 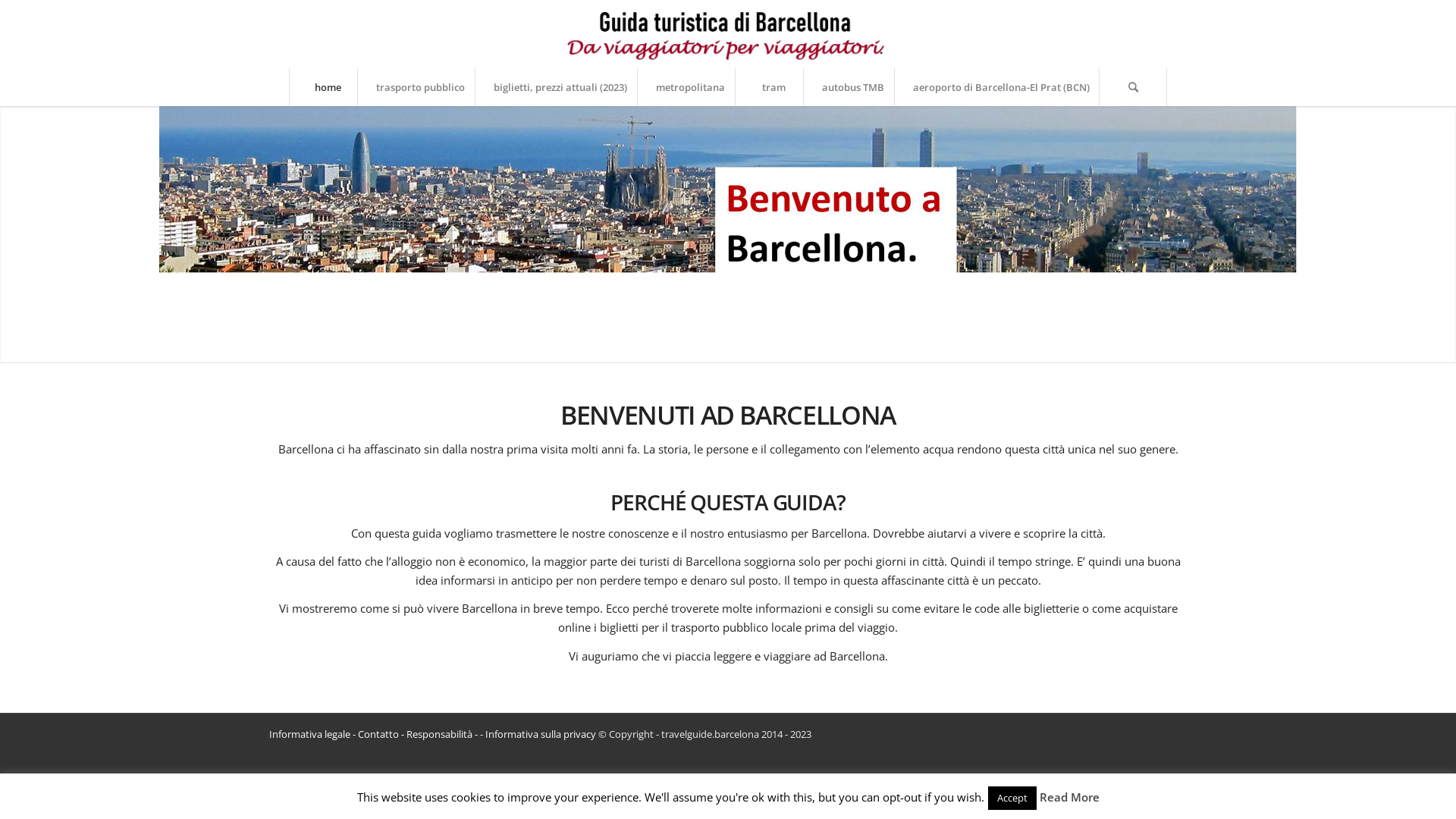 What do you see at coordinates (541, 733) in the screenshot?
I see `'Informativa sulla privacy'` at bounding box center [541, 733].